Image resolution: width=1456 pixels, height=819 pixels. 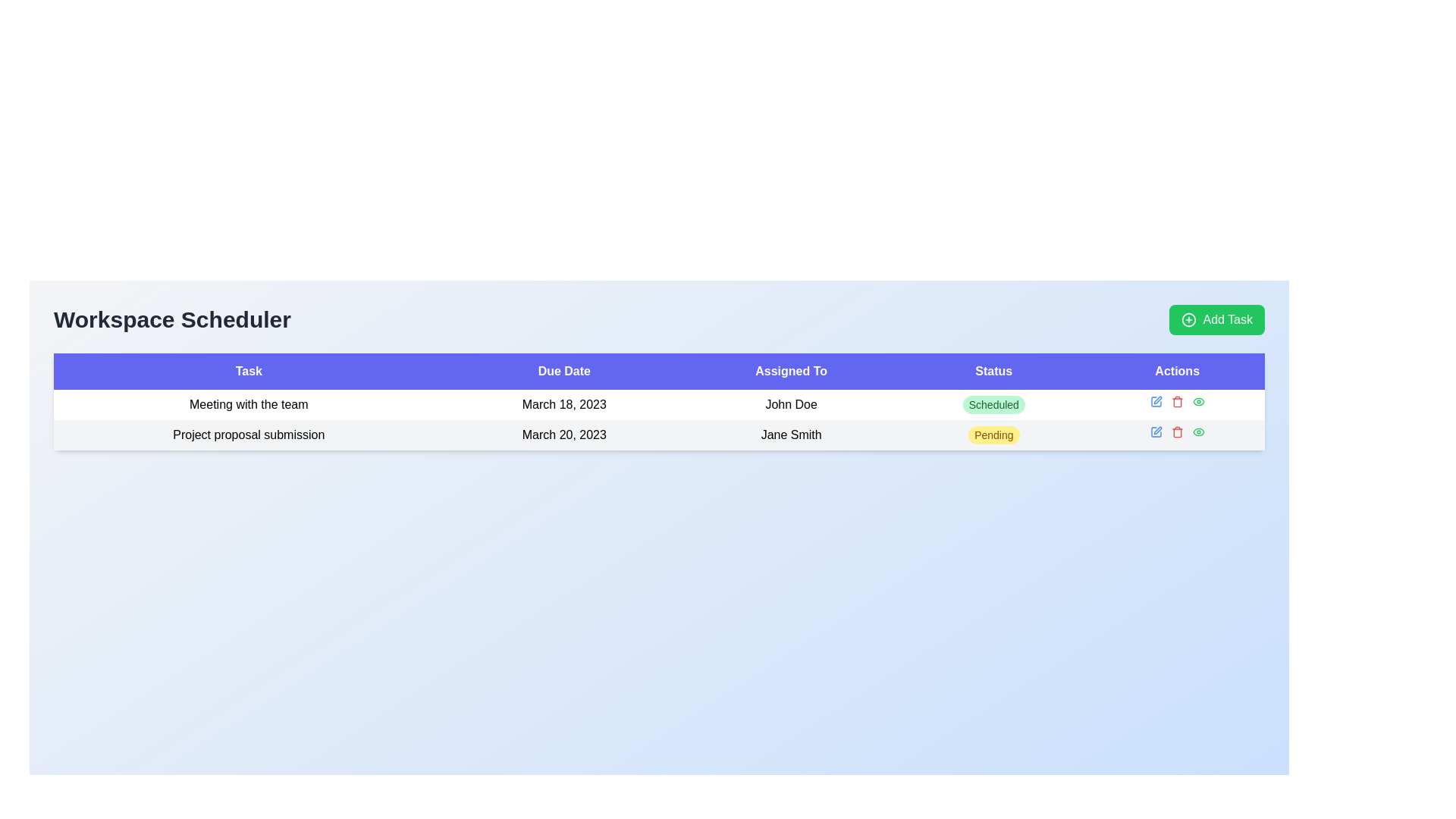 What do you see at coordinates (1155, 400) in the screenshot?
I see `the edit icon button located in the 'Actions' column of the second row in the table to initiate editing` at bounding box center [1155, 400].